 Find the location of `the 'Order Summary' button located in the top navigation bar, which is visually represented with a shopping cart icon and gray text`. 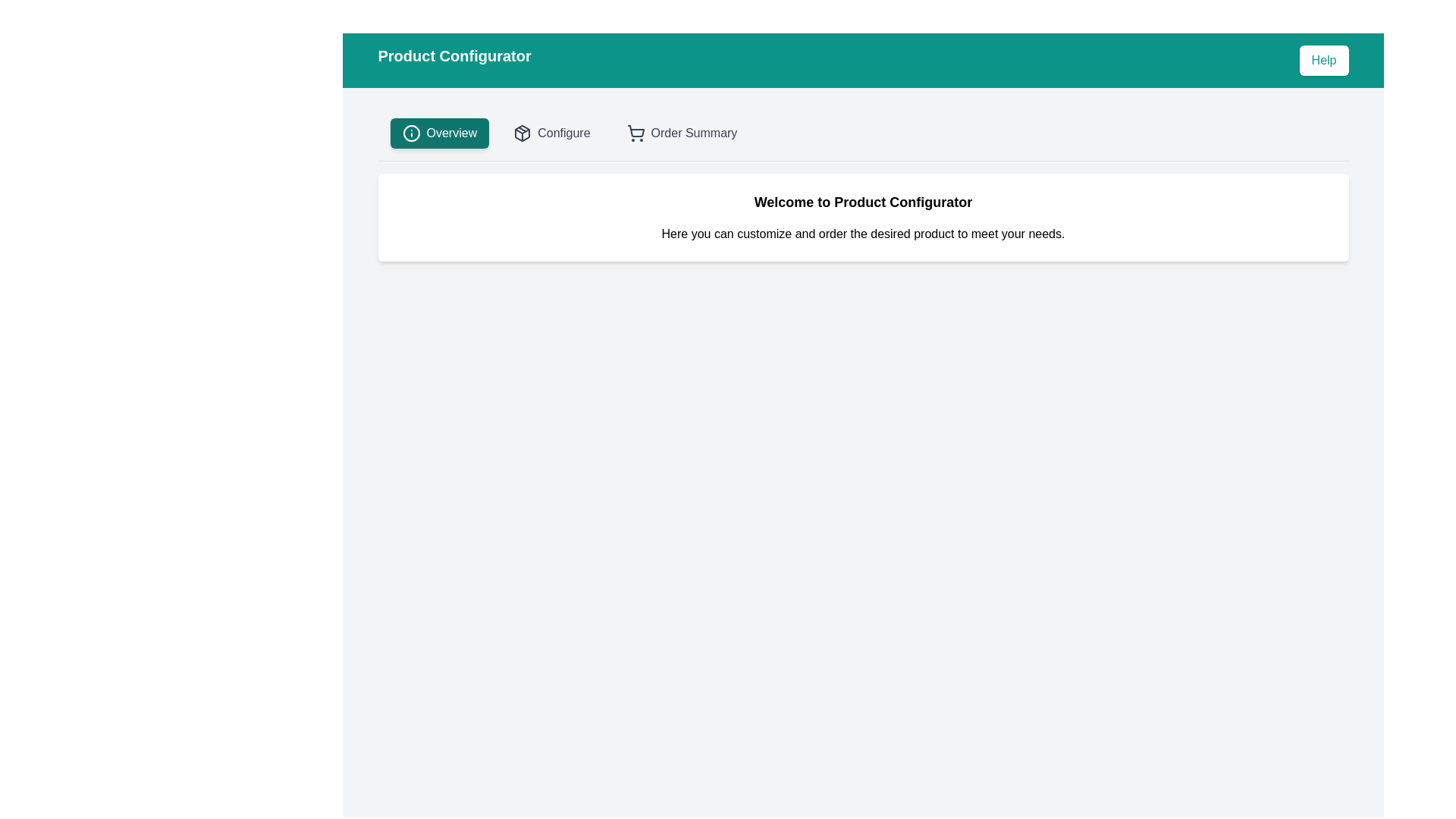

the 'Order Summary' button located in the top navigation bar, which is visually represented with a shopping cart icon and gray text is located at coordinates (681, 133).